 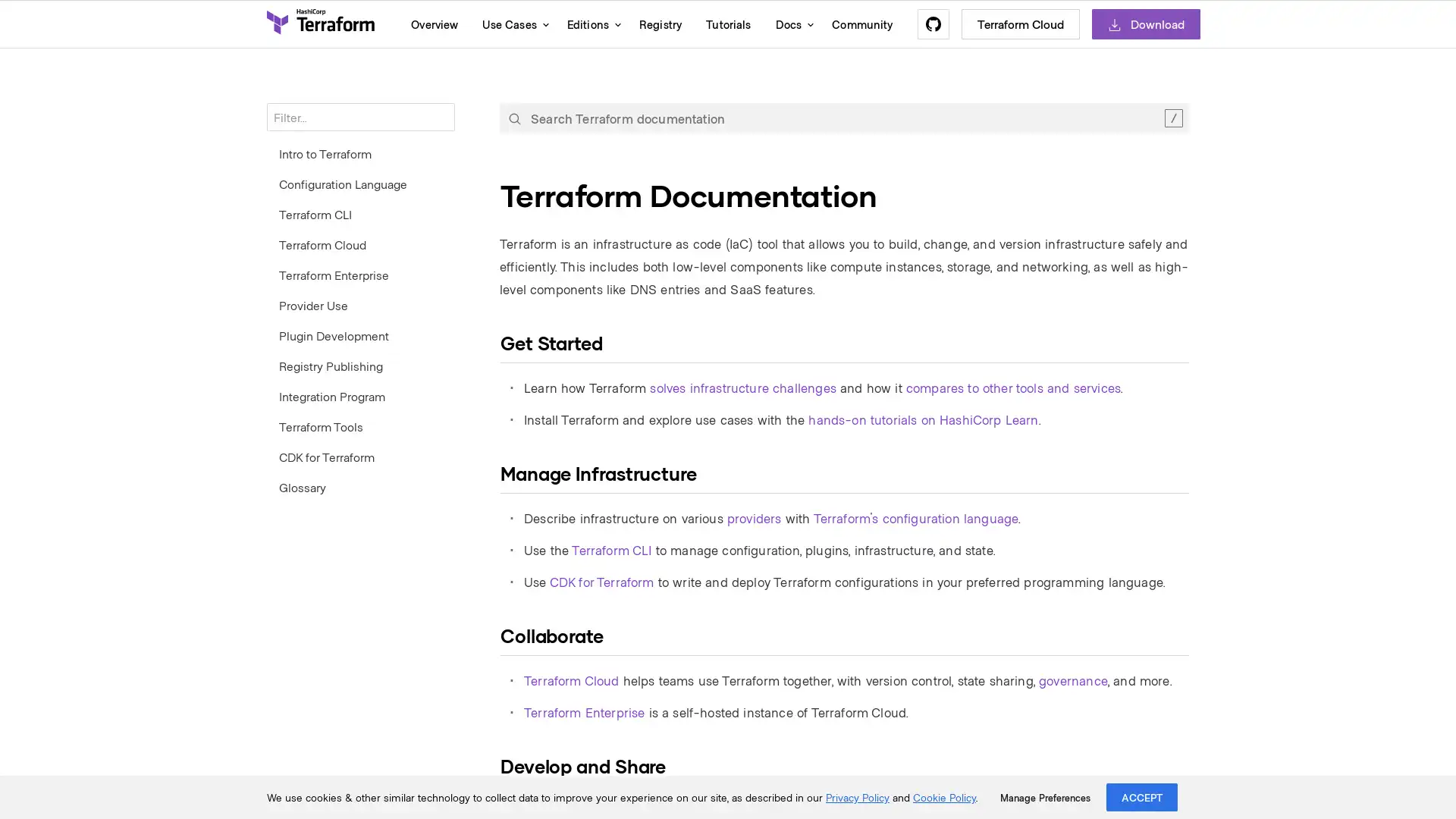 I want to click on Editions, so click(x=589, y=24).